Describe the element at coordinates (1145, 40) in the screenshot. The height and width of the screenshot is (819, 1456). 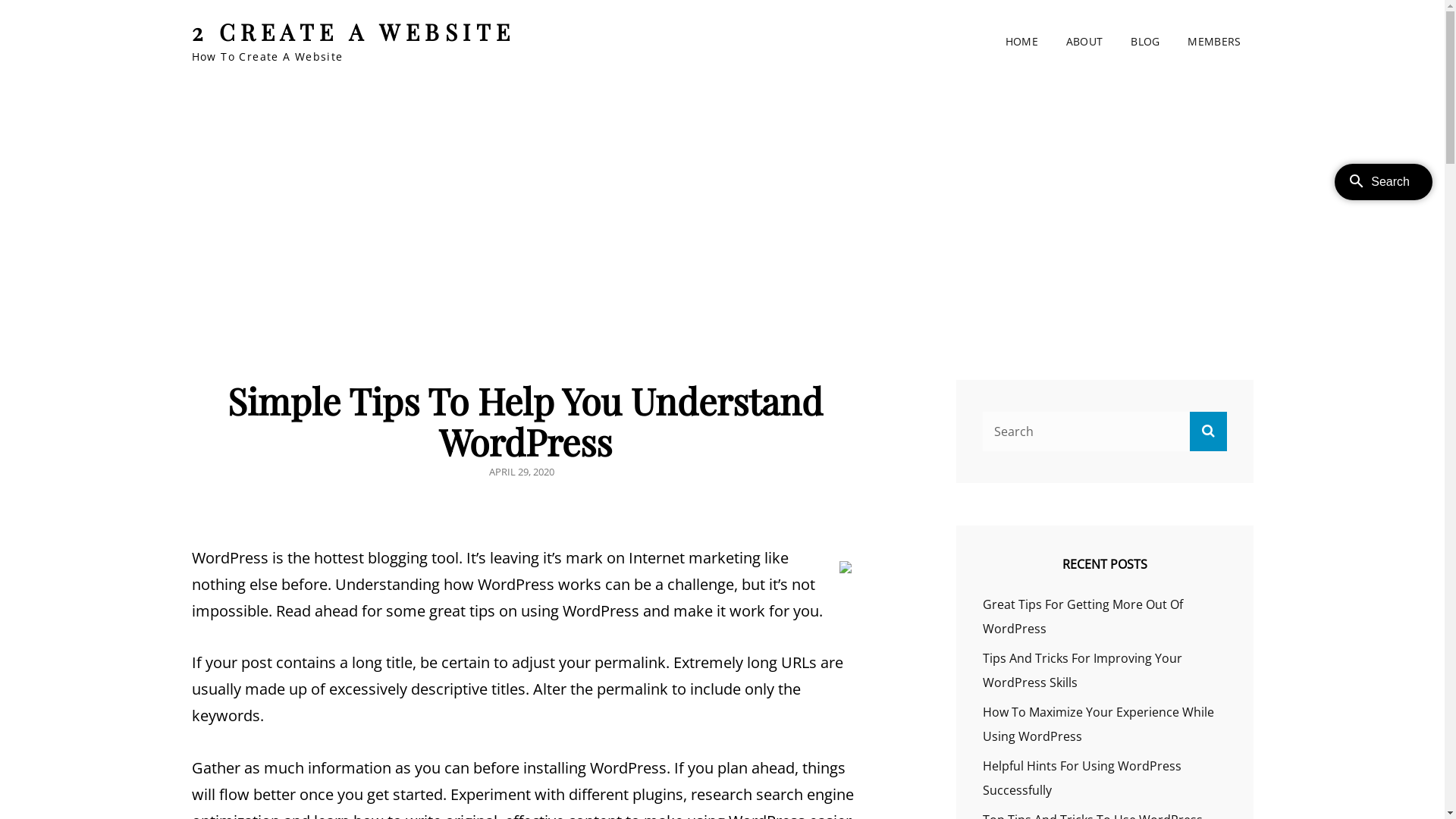
I see `'BLOG'` at that location.